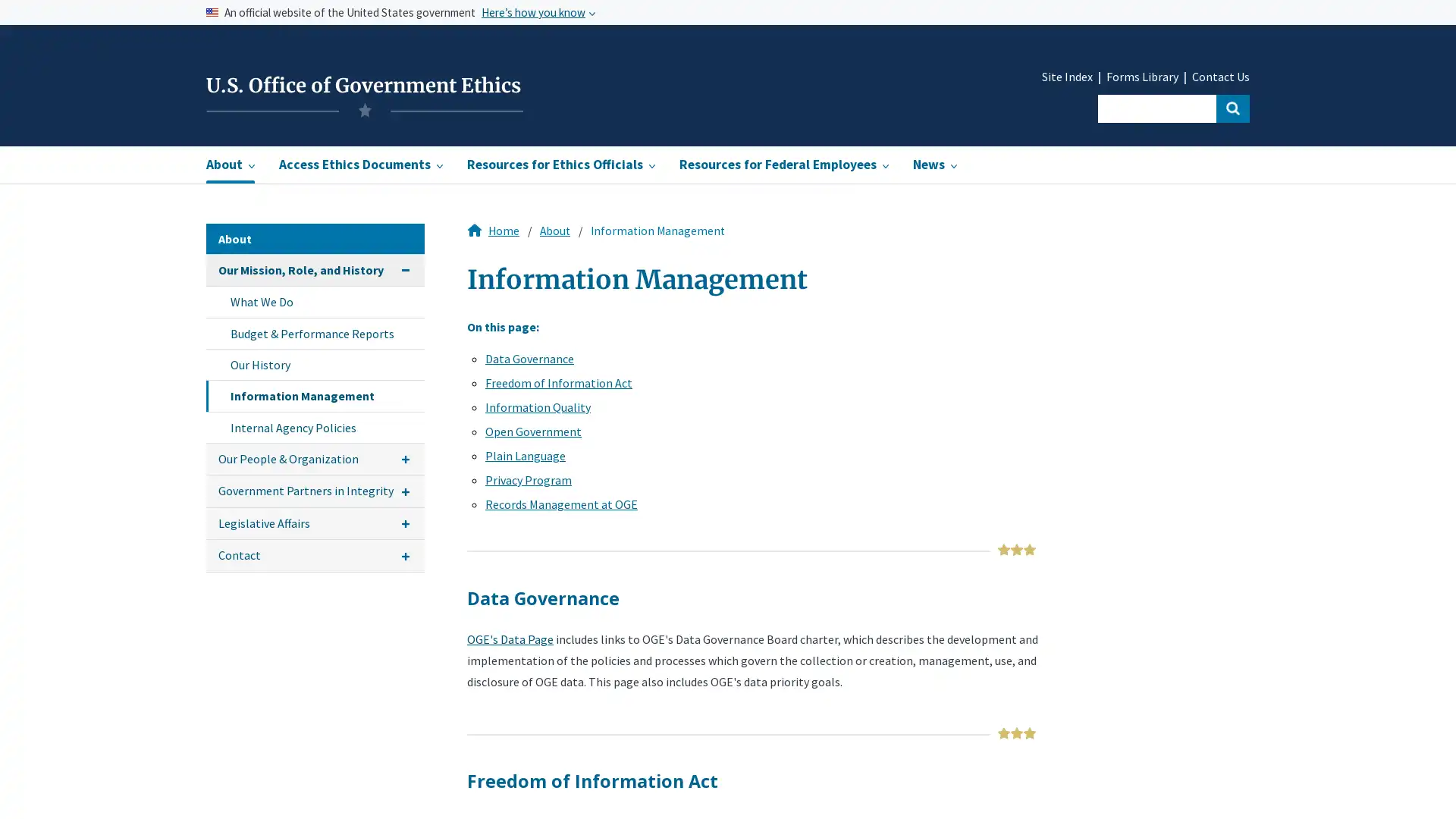 The height and width of the screenshot is (819, 1456). I want to click on Resources for Federal Employees, so click(783, 164).